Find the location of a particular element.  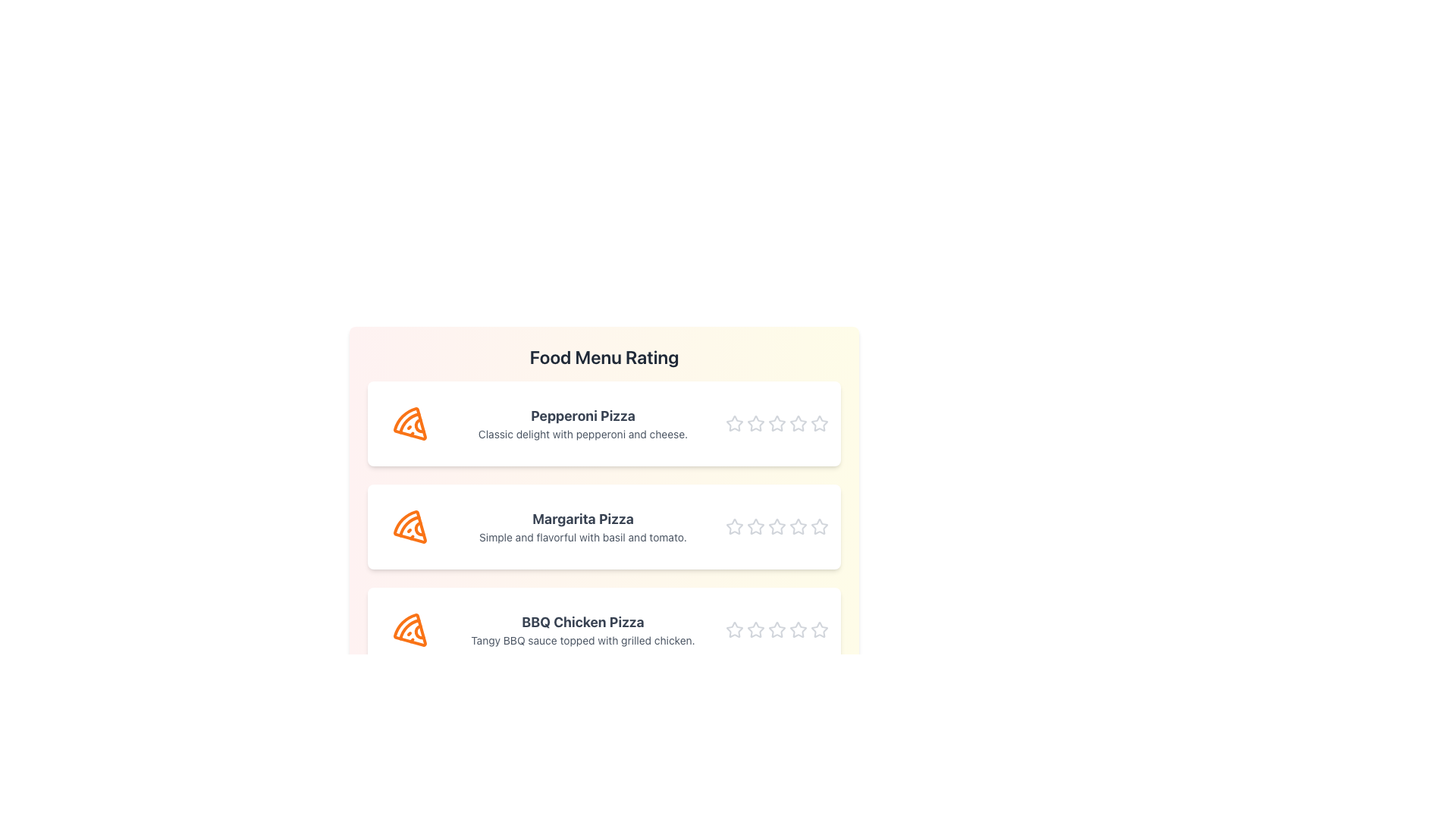

the food type associated with the orange pizza slice icon is located at coordinates (410, 526).